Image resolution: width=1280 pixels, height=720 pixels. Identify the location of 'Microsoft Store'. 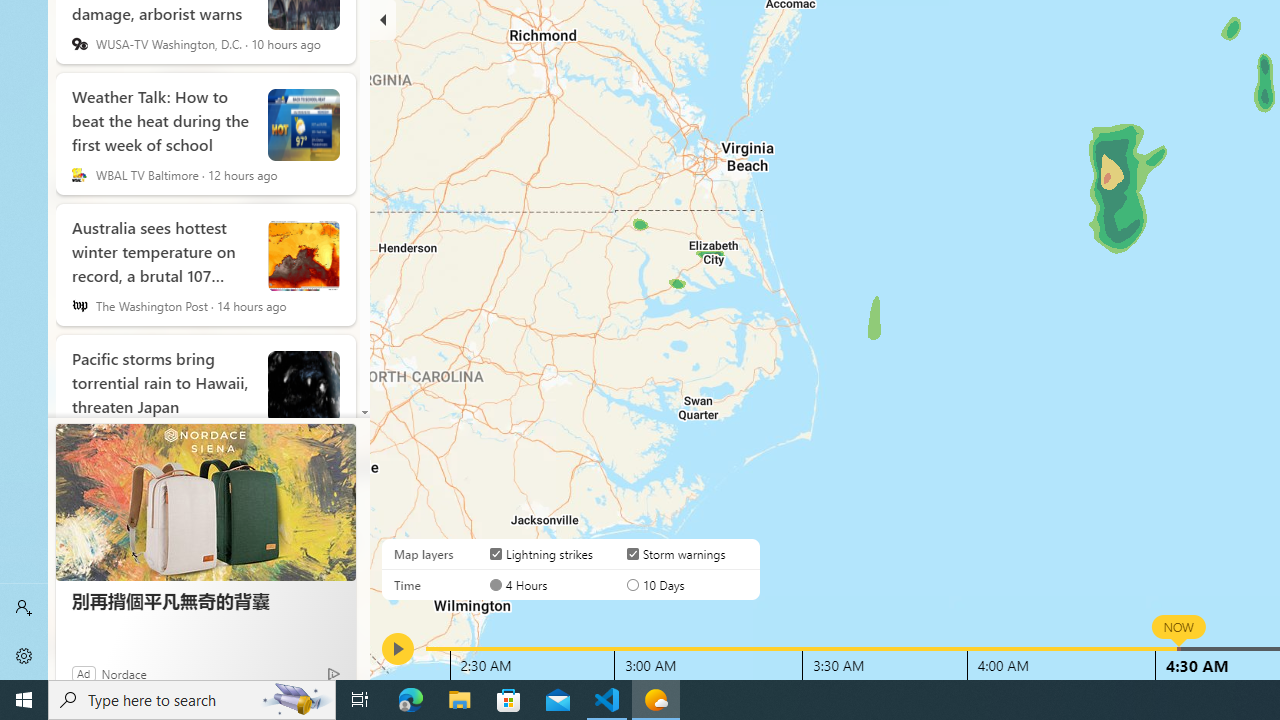
(509, 698).